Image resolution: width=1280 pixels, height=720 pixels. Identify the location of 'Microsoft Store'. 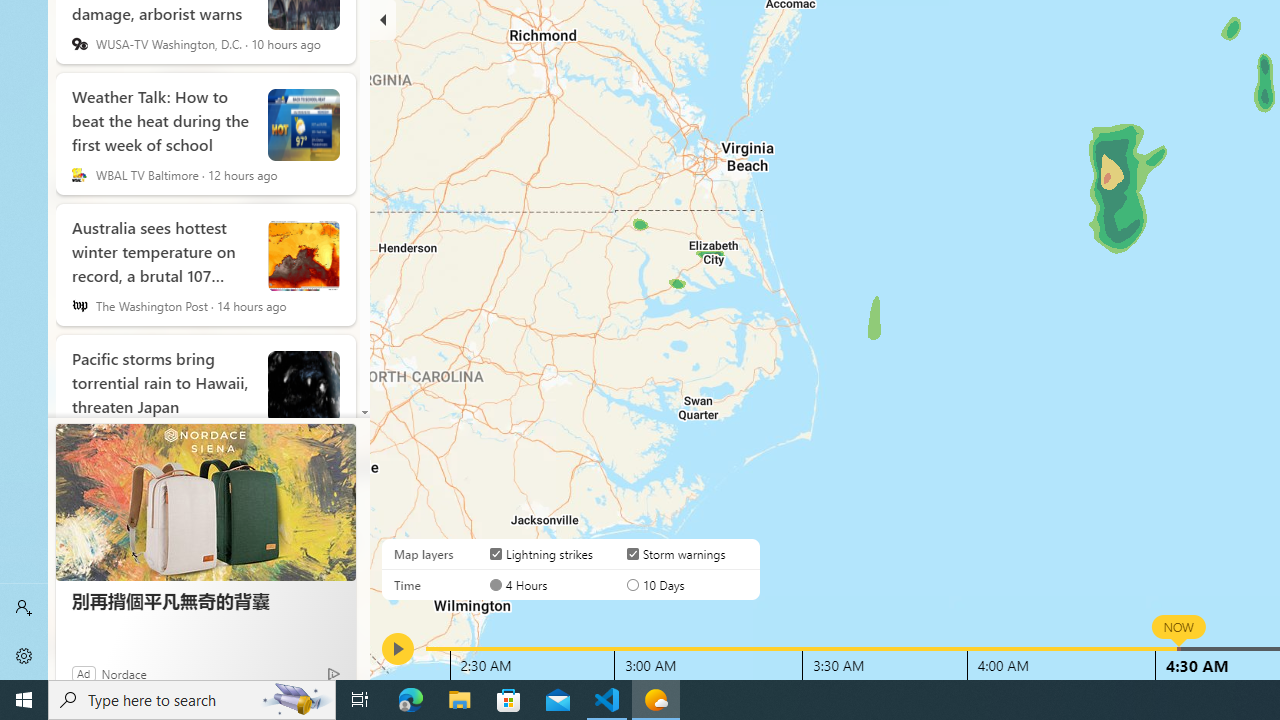
(509, 698).